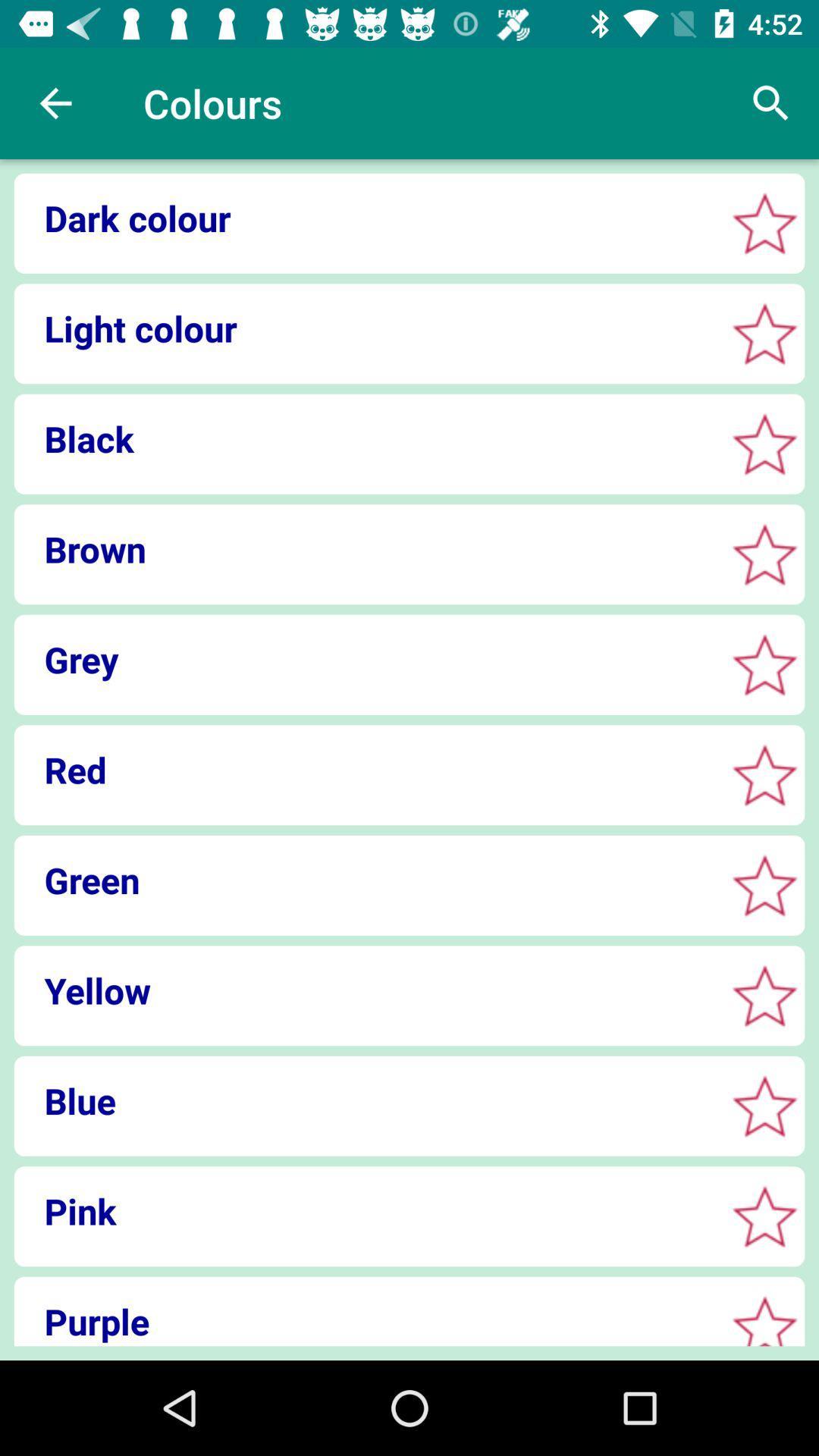 The image size is (819, 1456). I want to click on like purple, so click(764, 1323).